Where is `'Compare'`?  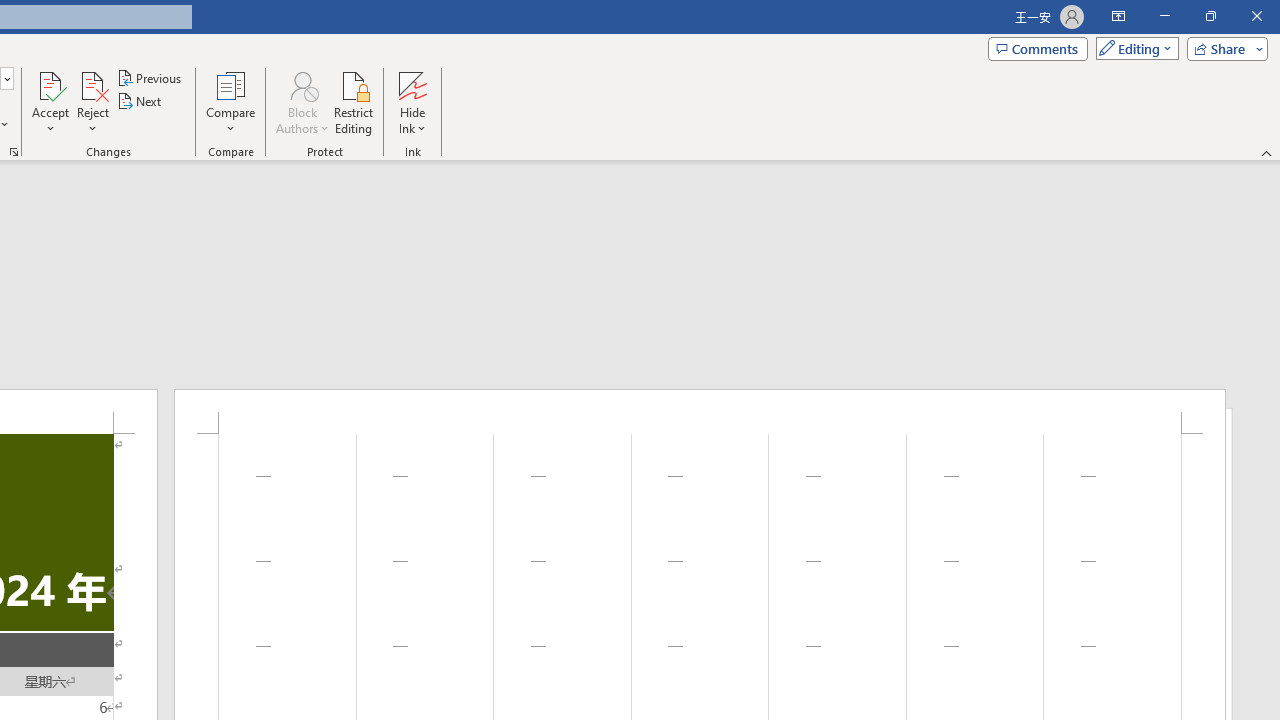
'Compare' is located at coordinates (231, 103).